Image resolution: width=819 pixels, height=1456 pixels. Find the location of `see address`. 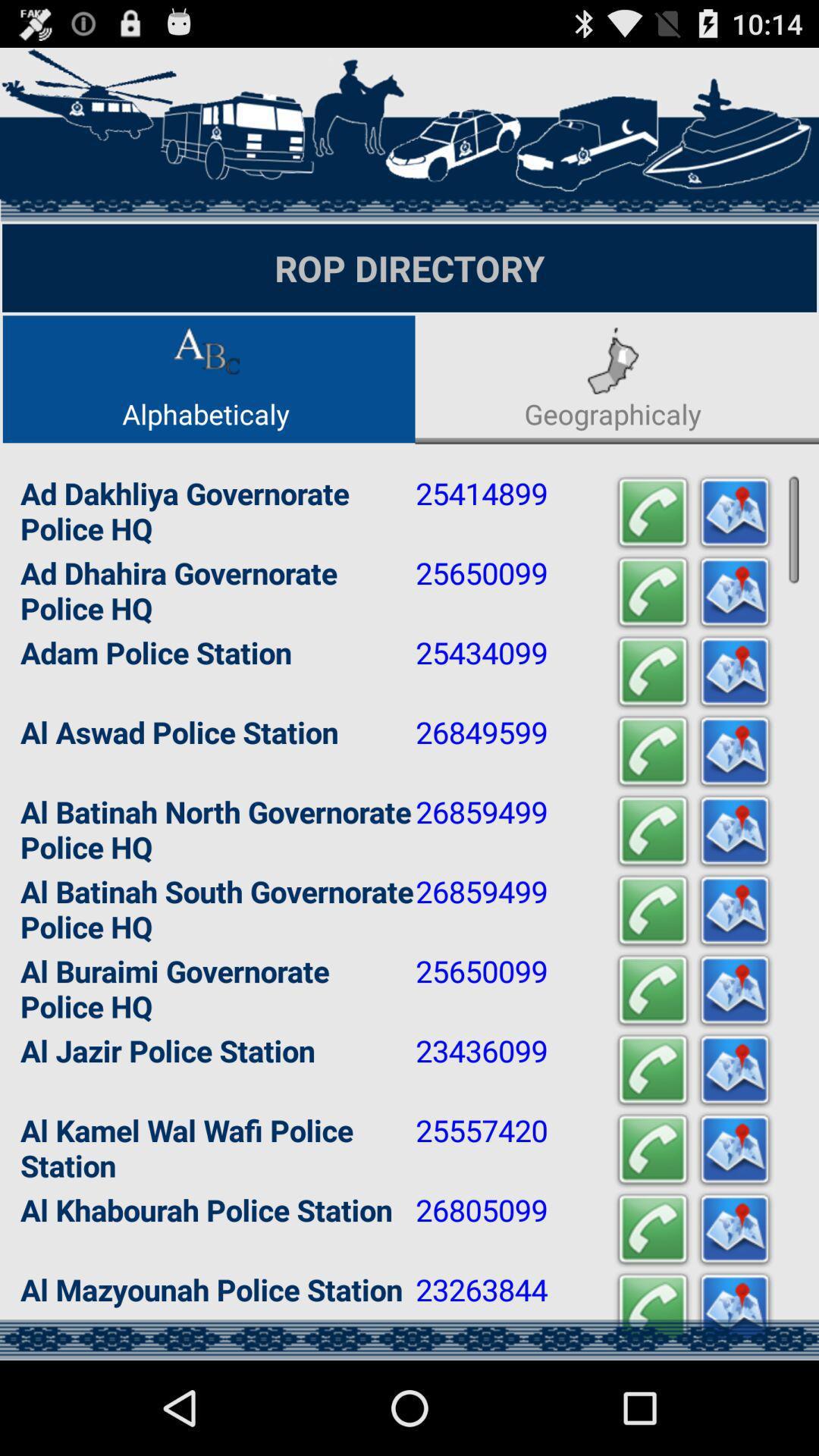

see address is located at coordinates (733, 591).